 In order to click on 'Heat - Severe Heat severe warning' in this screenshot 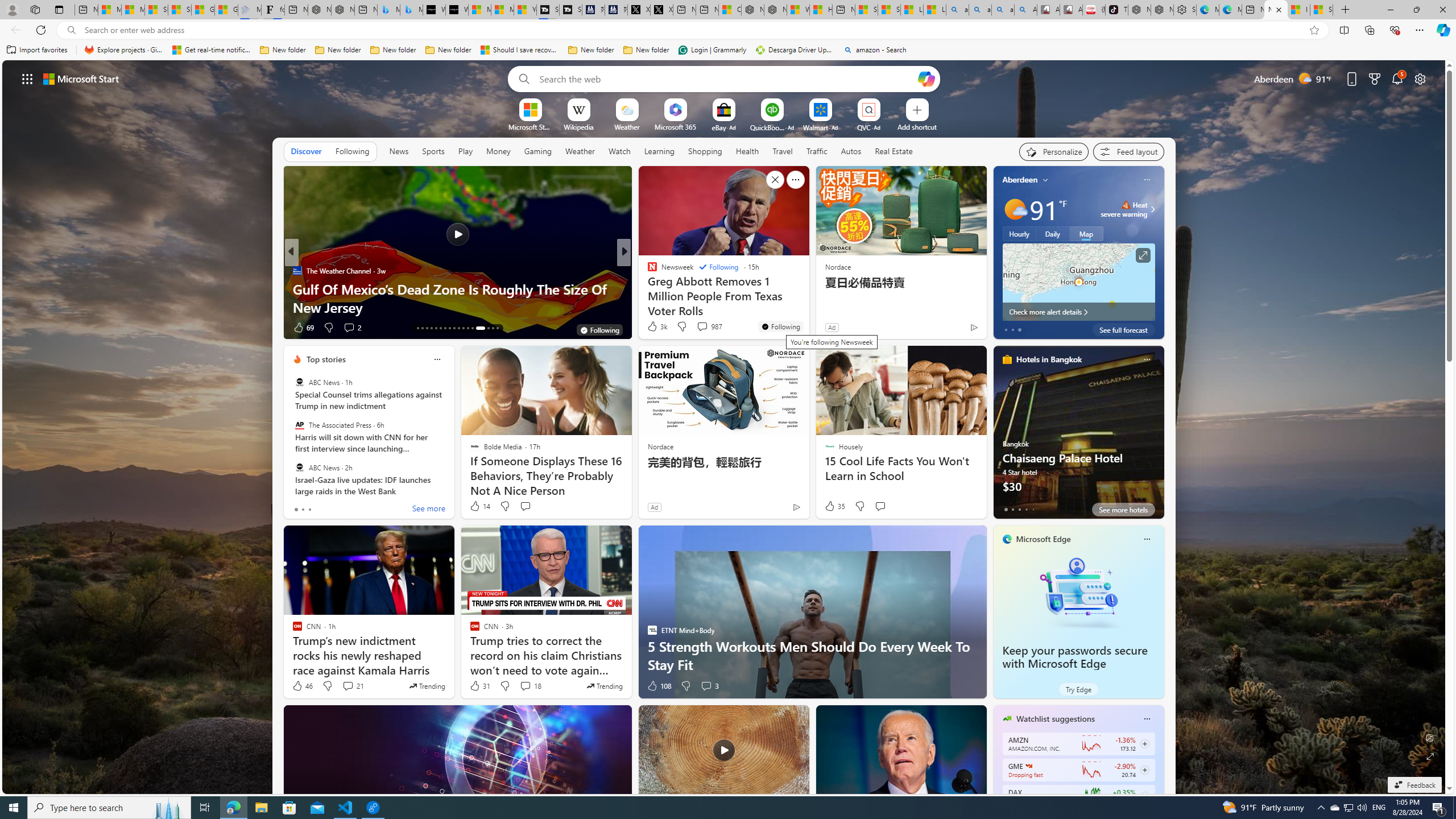, I will do `click(1124, 209)`.